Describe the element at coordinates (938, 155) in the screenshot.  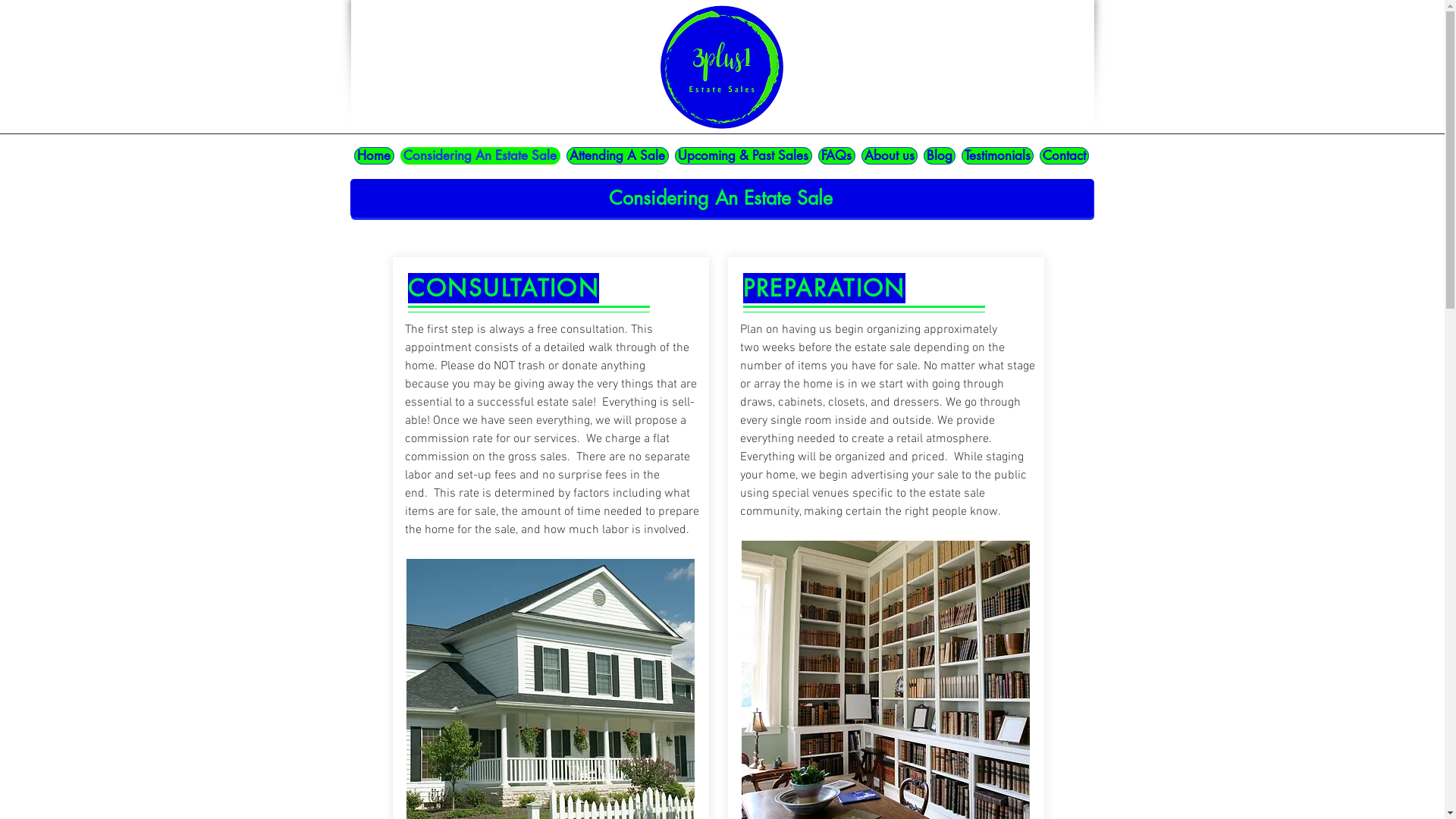
I see `'Blog'` at that location.